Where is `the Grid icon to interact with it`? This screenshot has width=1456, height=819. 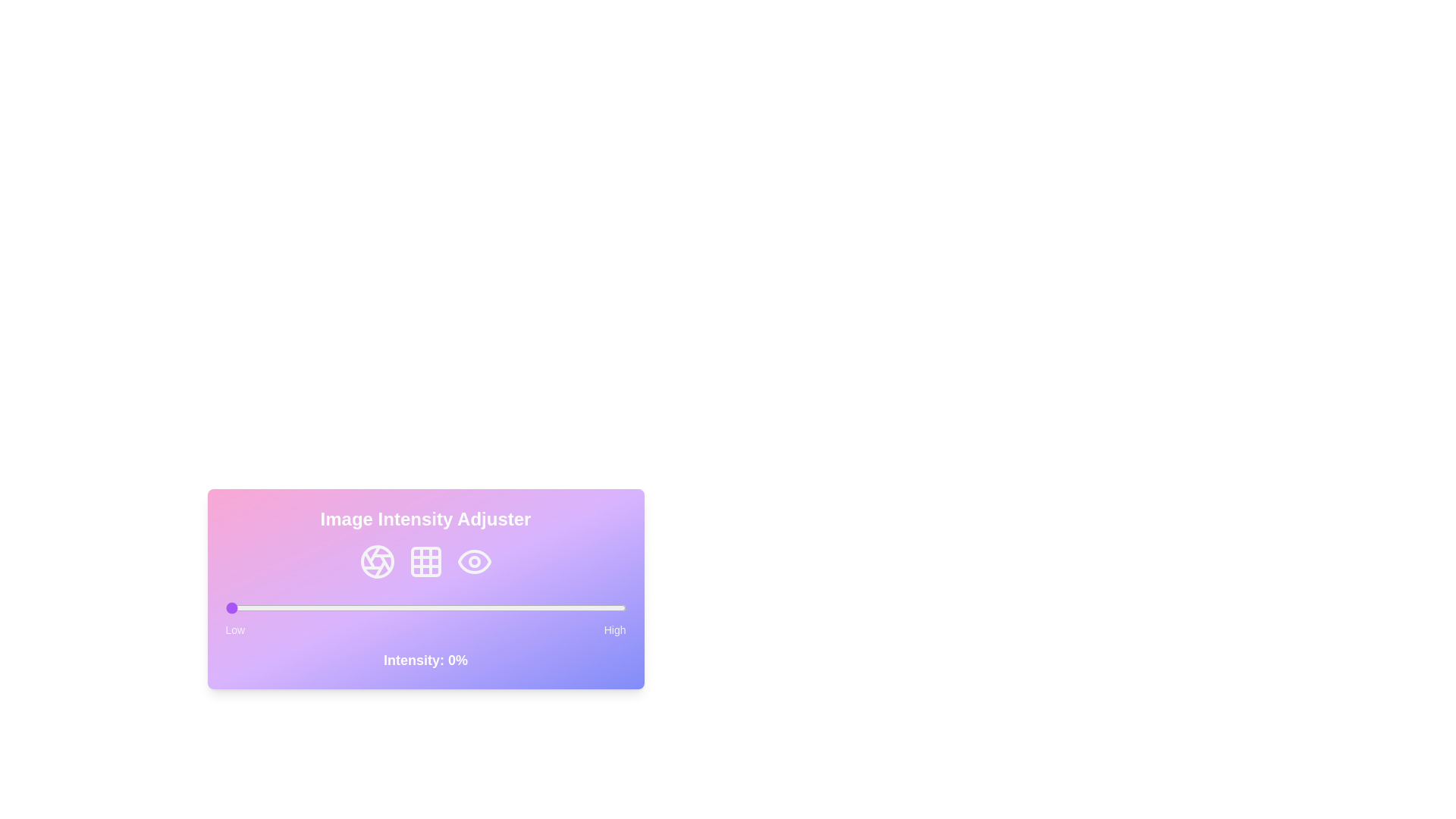 the Grid icon to interact with it is located at coordinates (425, 561).